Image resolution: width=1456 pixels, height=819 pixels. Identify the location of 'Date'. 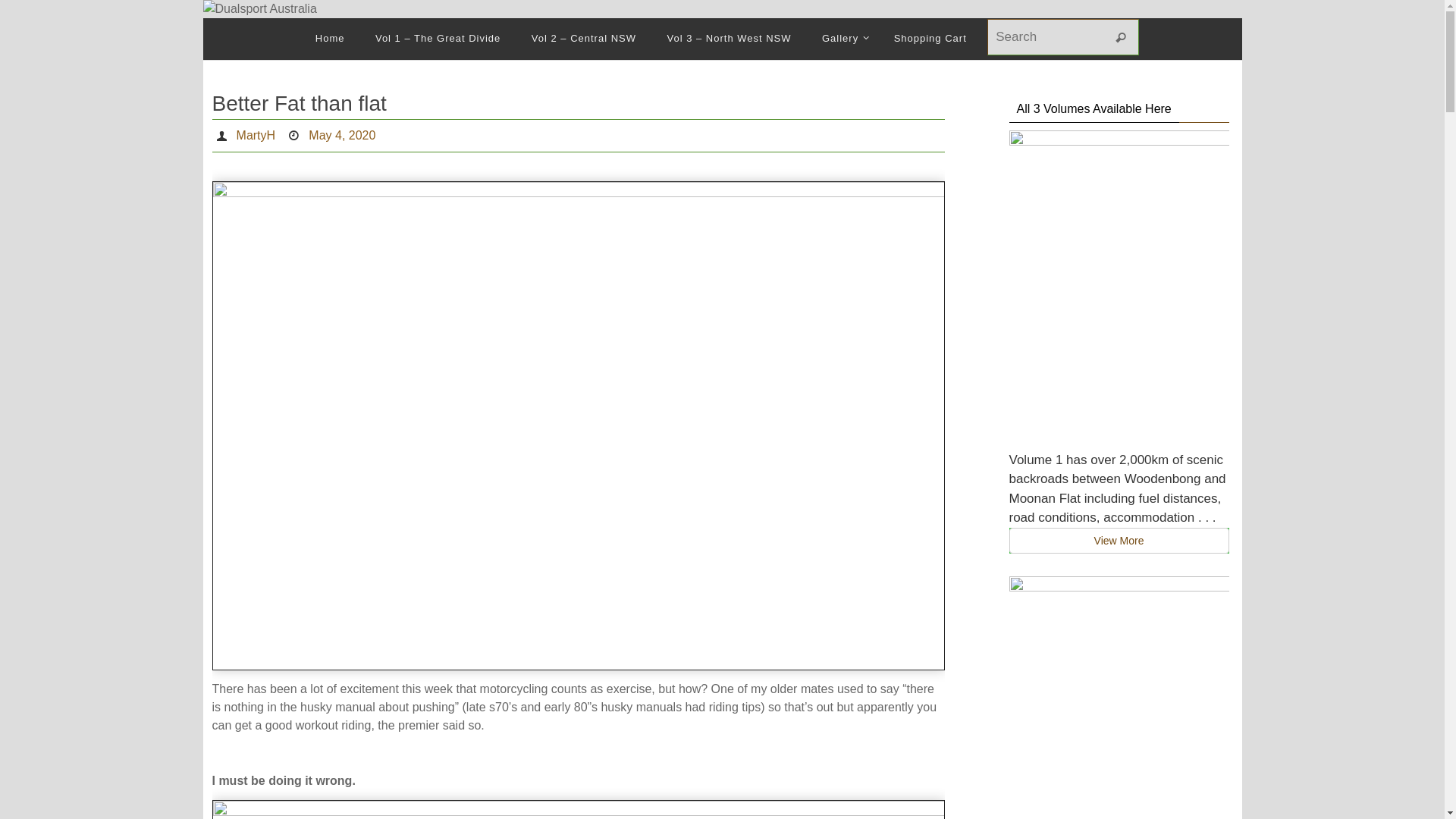
(287, 134).